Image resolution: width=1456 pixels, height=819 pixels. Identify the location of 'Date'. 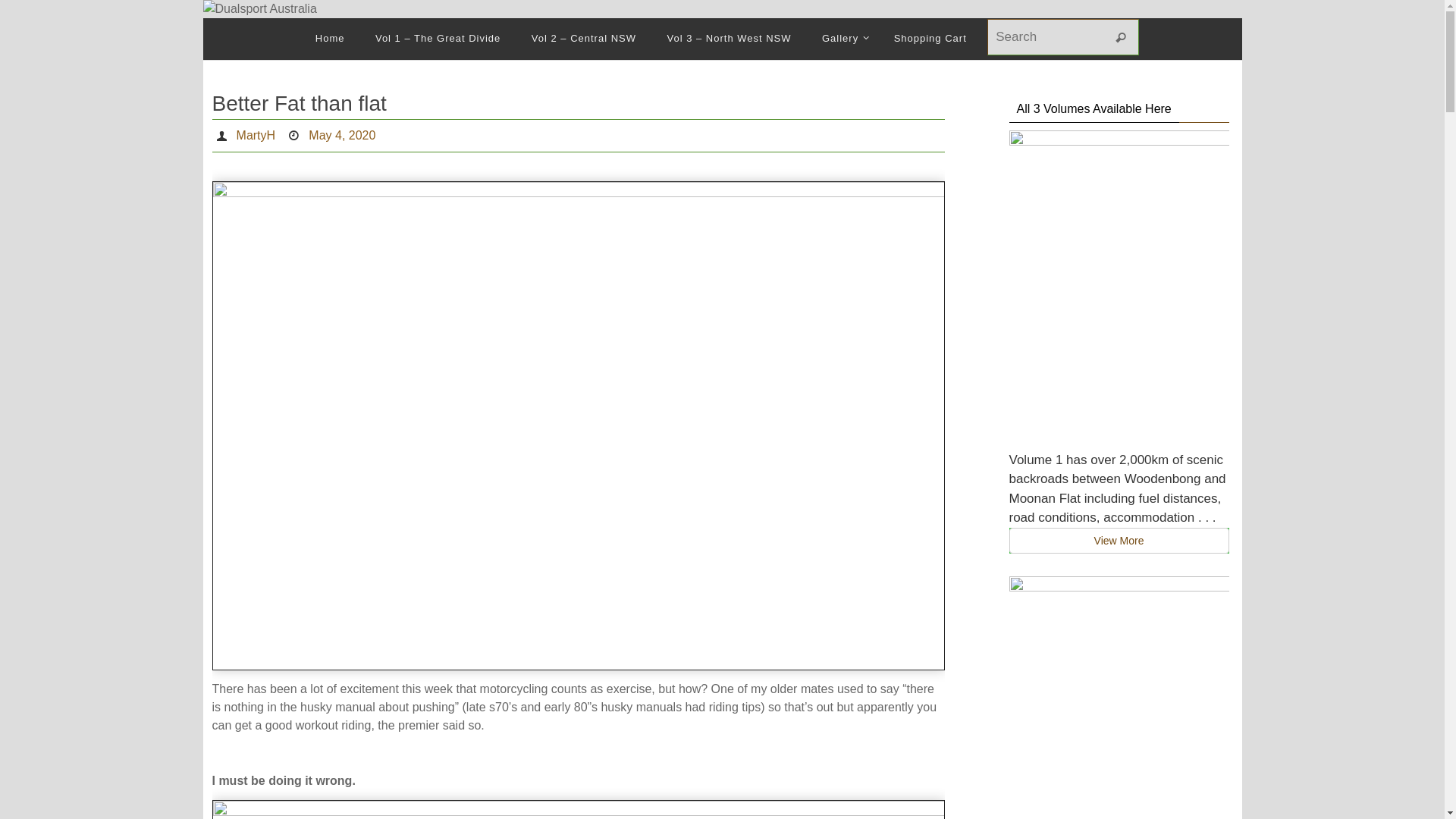
(287, 134).